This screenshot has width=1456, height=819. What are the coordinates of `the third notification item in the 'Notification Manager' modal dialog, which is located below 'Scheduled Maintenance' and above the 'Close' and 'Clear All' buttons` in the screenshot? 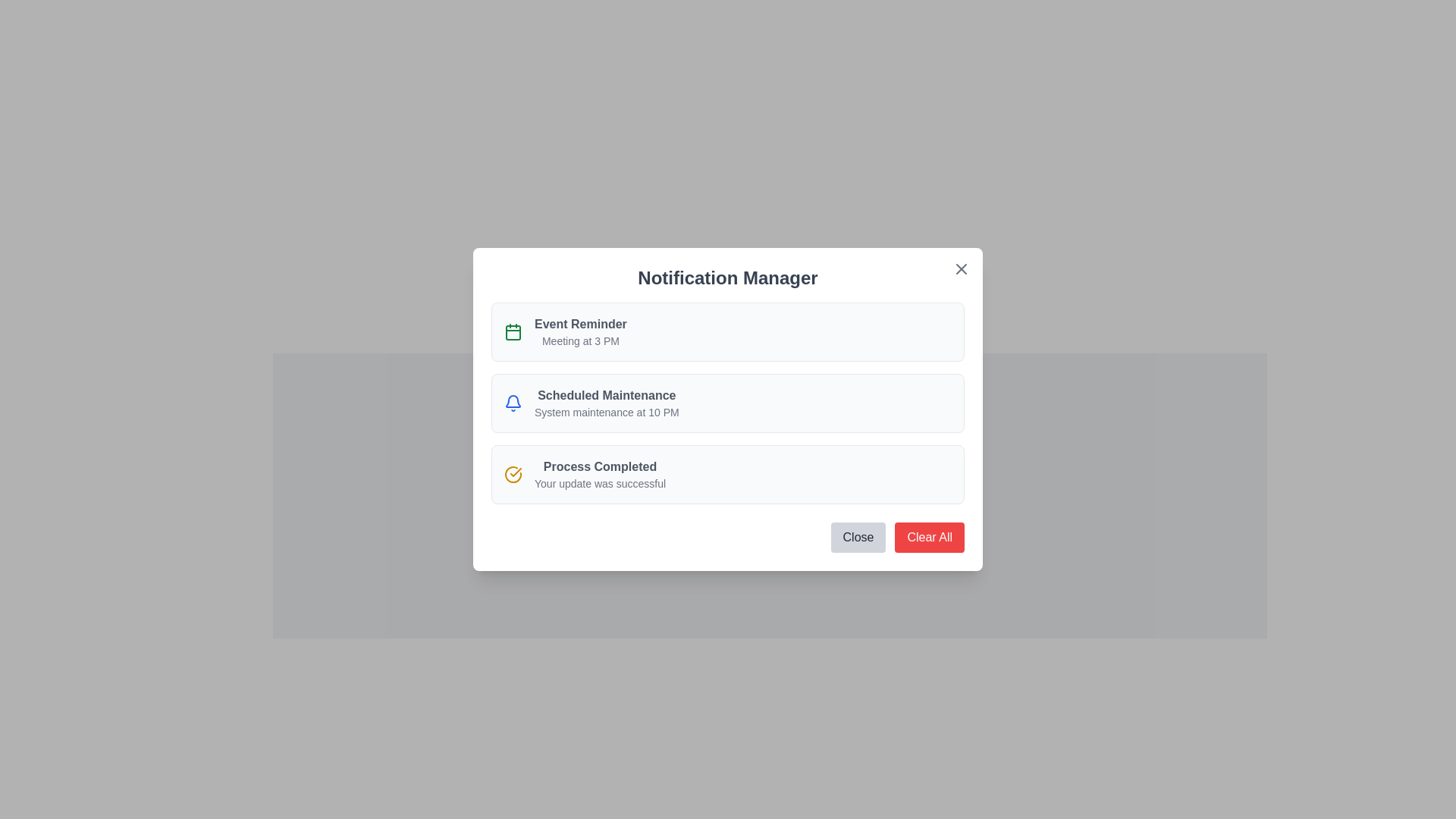 It's located at (728, 473).